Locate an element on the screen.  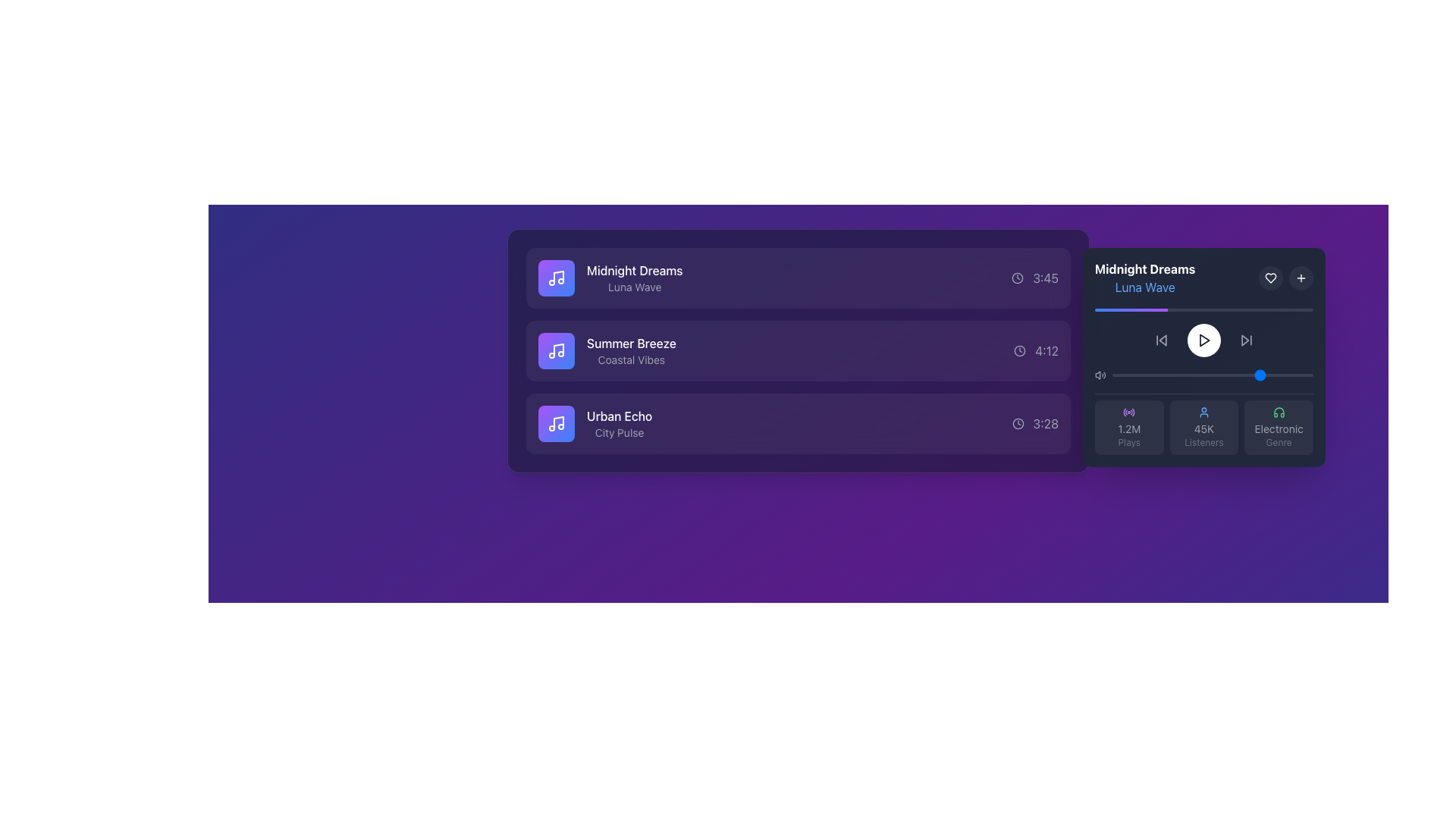
the controls located near the title 'Midnight Dreams' and subtitle 'Luna Wave' in the top section of the rightmost panel is located at coordinates (1203, 278).